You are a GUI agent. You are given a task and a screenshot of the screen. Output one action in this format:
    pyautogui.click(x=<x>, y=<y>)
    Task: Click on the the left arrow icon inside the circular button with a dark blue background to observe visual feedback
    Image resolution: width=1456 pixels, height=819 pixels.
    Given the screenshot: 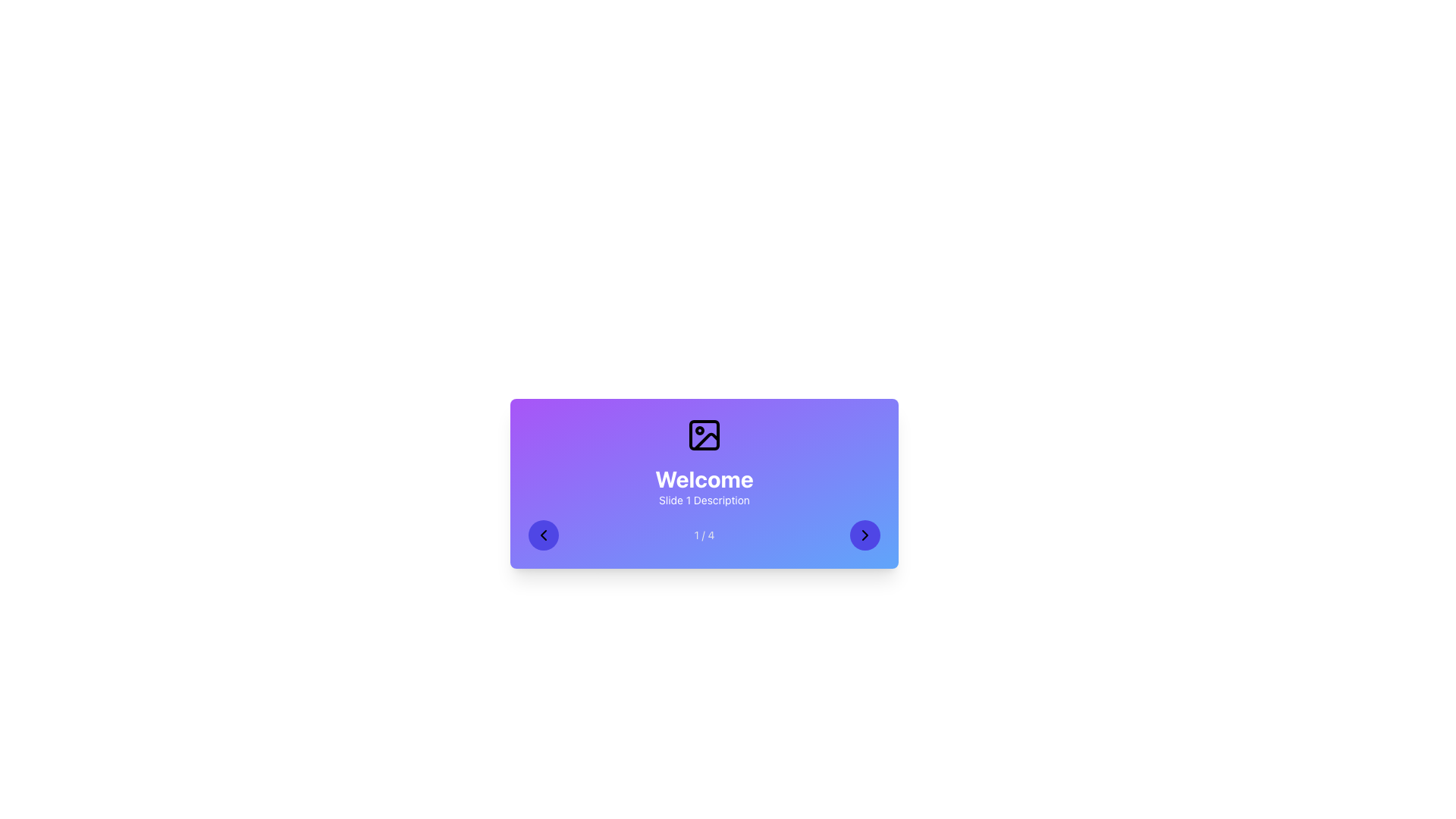 What is the action you would take?
    pyautogui.click(x=543, y=534)
    